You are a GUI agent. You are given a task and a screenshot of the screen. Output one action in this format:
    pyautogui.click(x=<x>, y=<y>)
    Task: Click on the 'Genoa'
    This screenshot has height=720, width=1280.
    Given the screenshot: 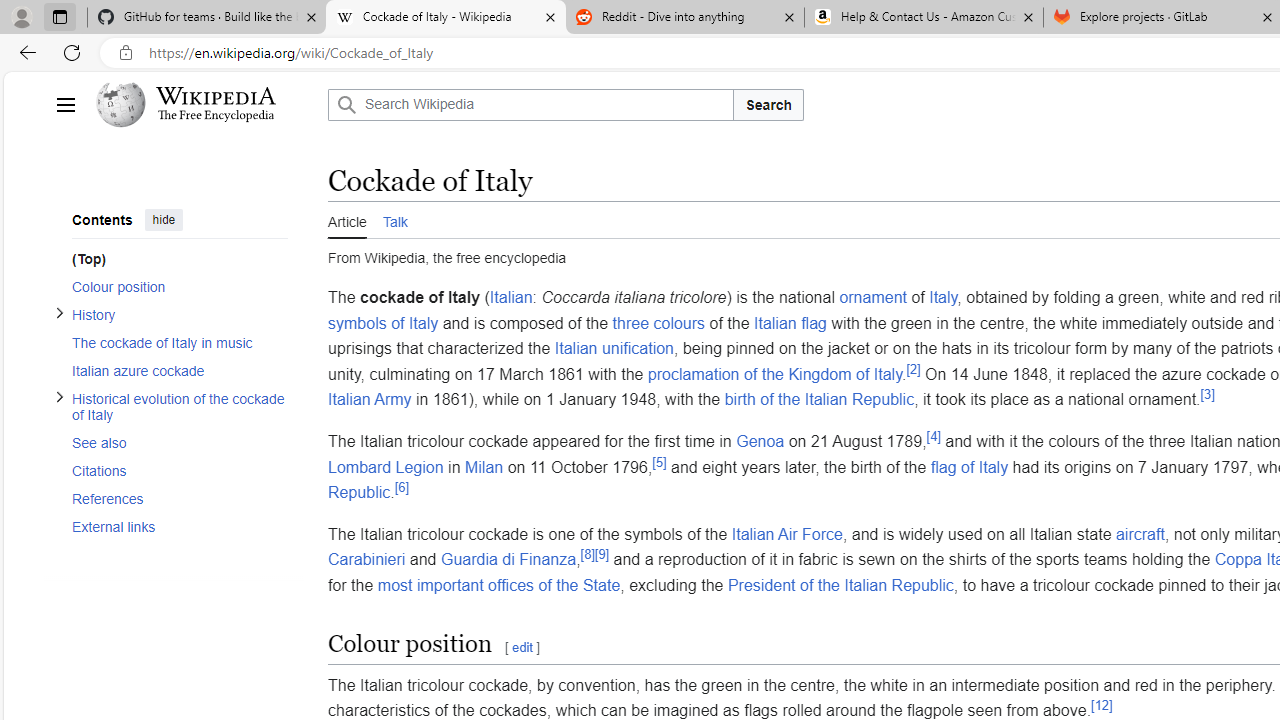 What is the action you would take?
    pyautogui.click(x=759, y=440)
    